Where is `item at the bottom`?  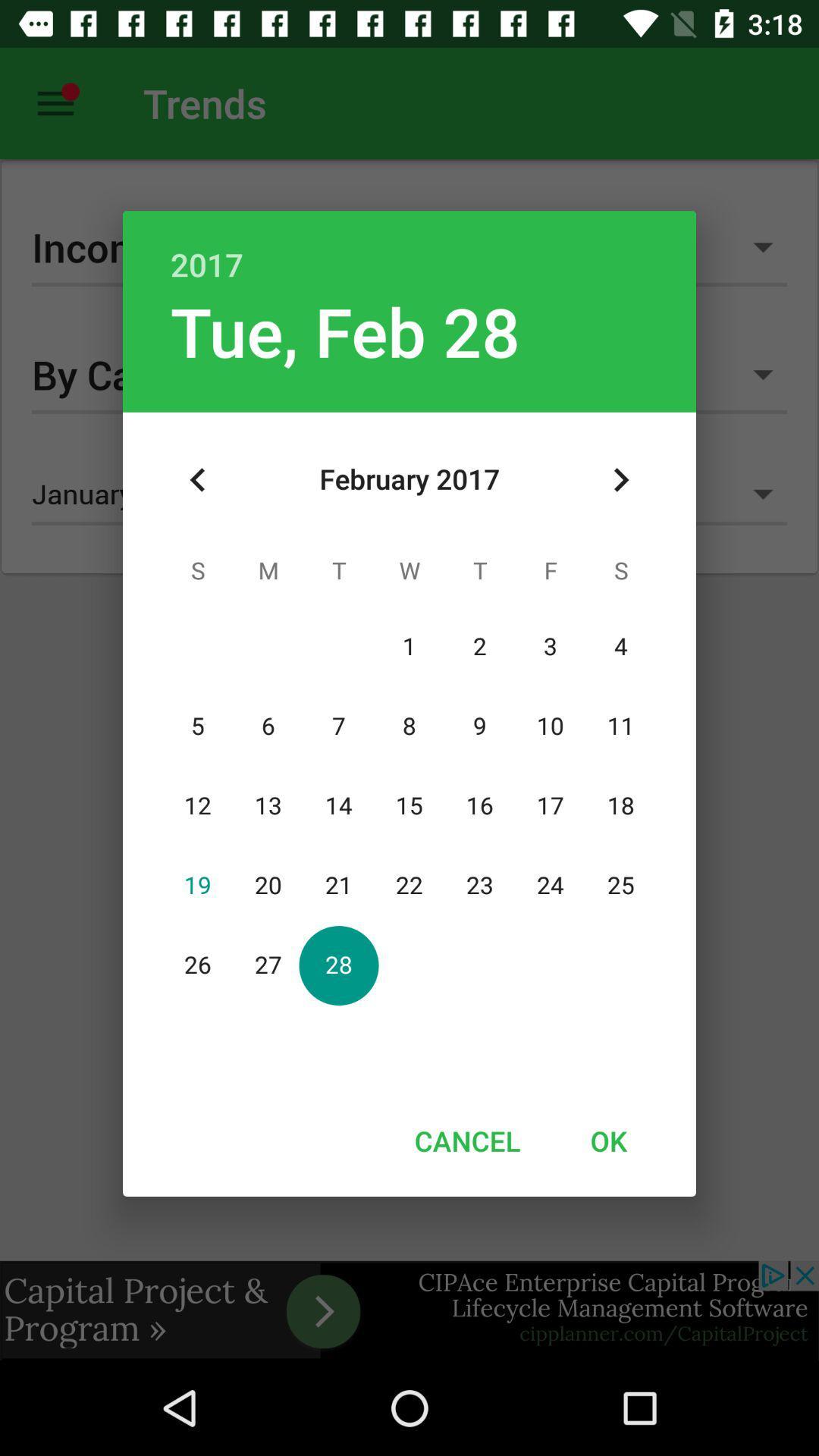
item at the bottom is located at coordinates (466, 1141).